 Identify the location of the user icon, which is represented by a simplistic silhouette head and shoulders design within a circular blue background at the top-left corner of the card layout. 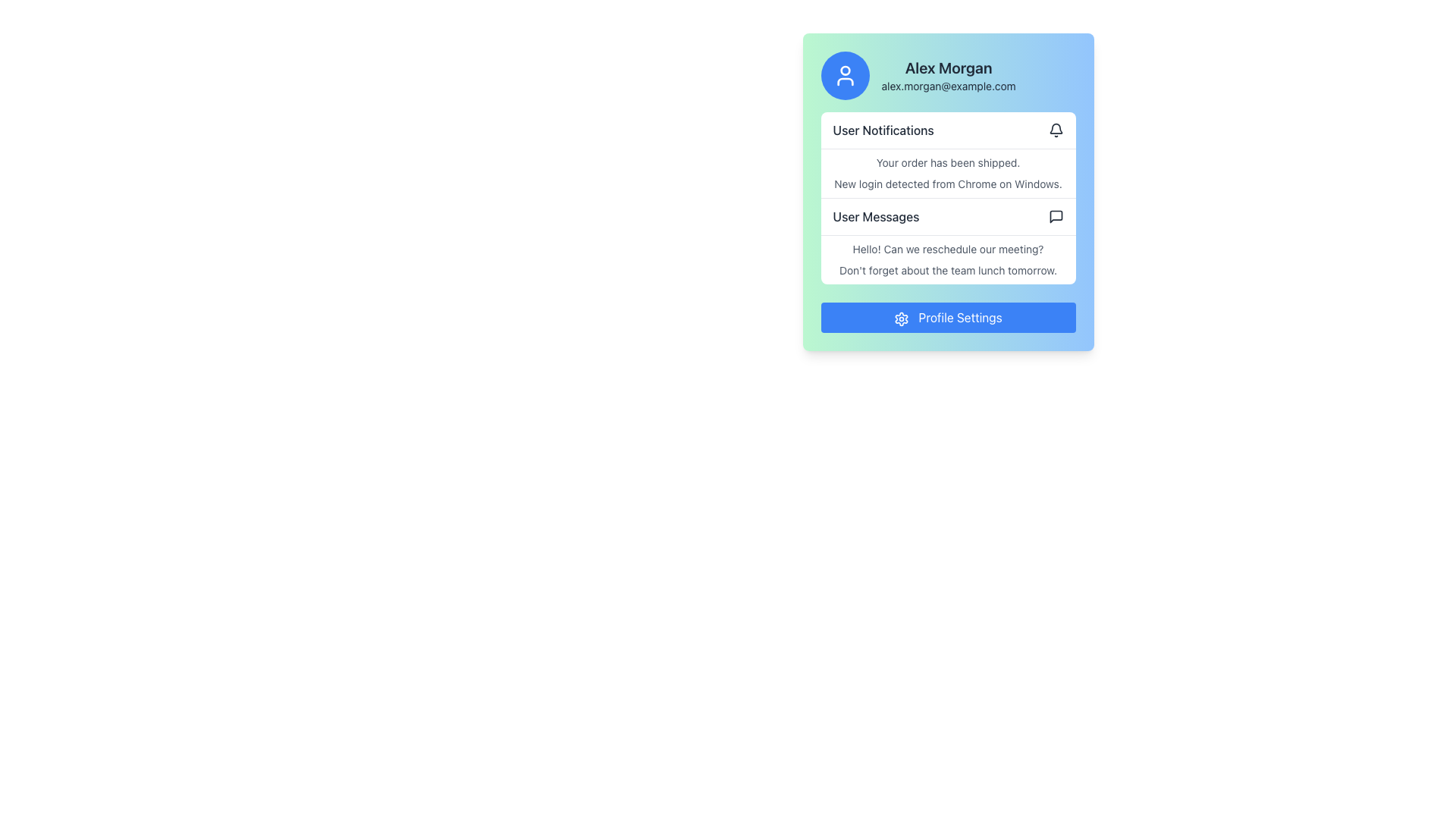
(844, 76).